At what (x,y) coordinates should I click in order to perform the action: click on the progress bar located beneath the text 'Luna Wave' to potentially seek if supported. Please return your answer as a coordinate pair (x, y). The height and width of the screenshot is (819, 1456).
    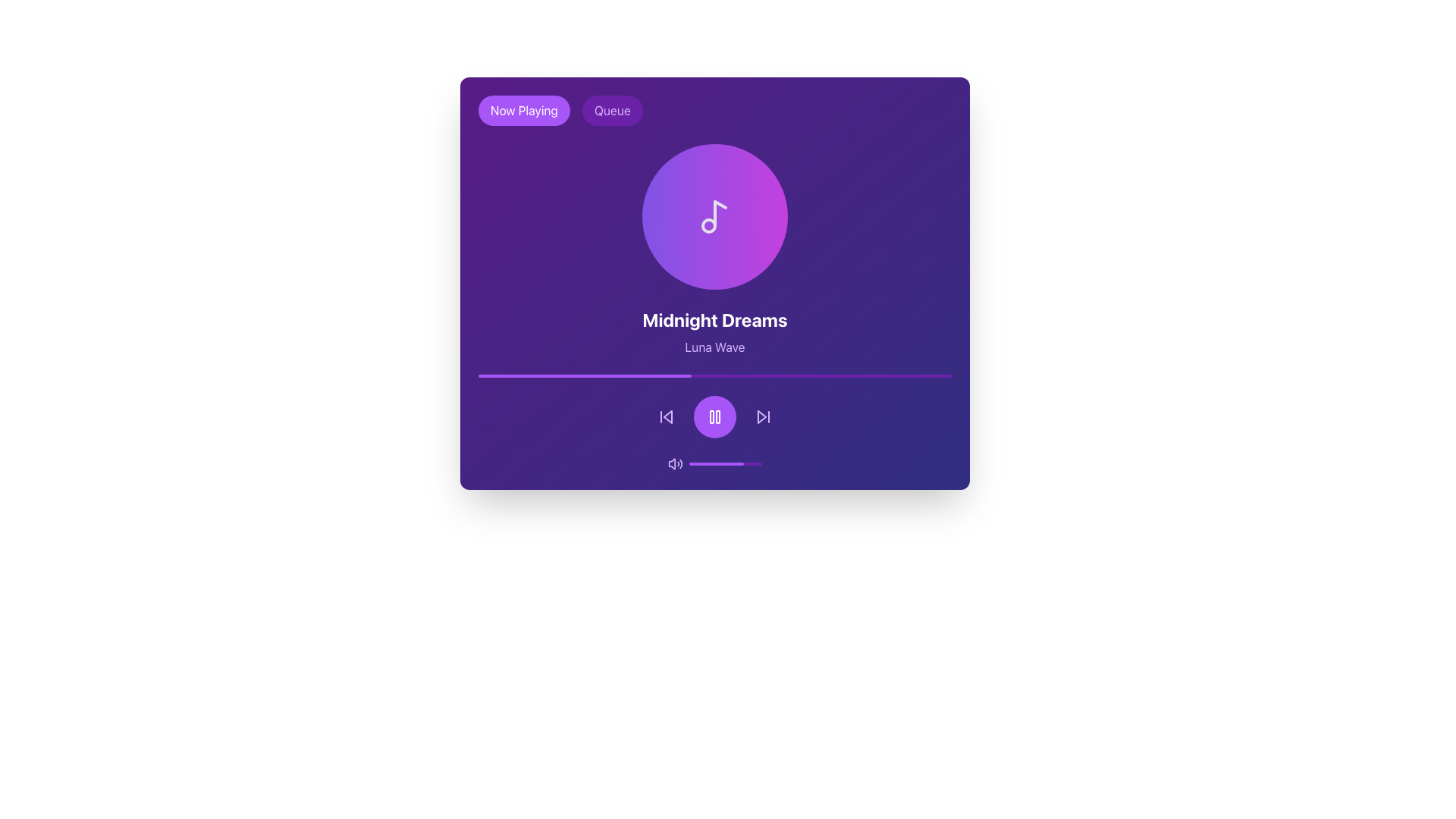
    Looking at the image, I should click on (714, 375).